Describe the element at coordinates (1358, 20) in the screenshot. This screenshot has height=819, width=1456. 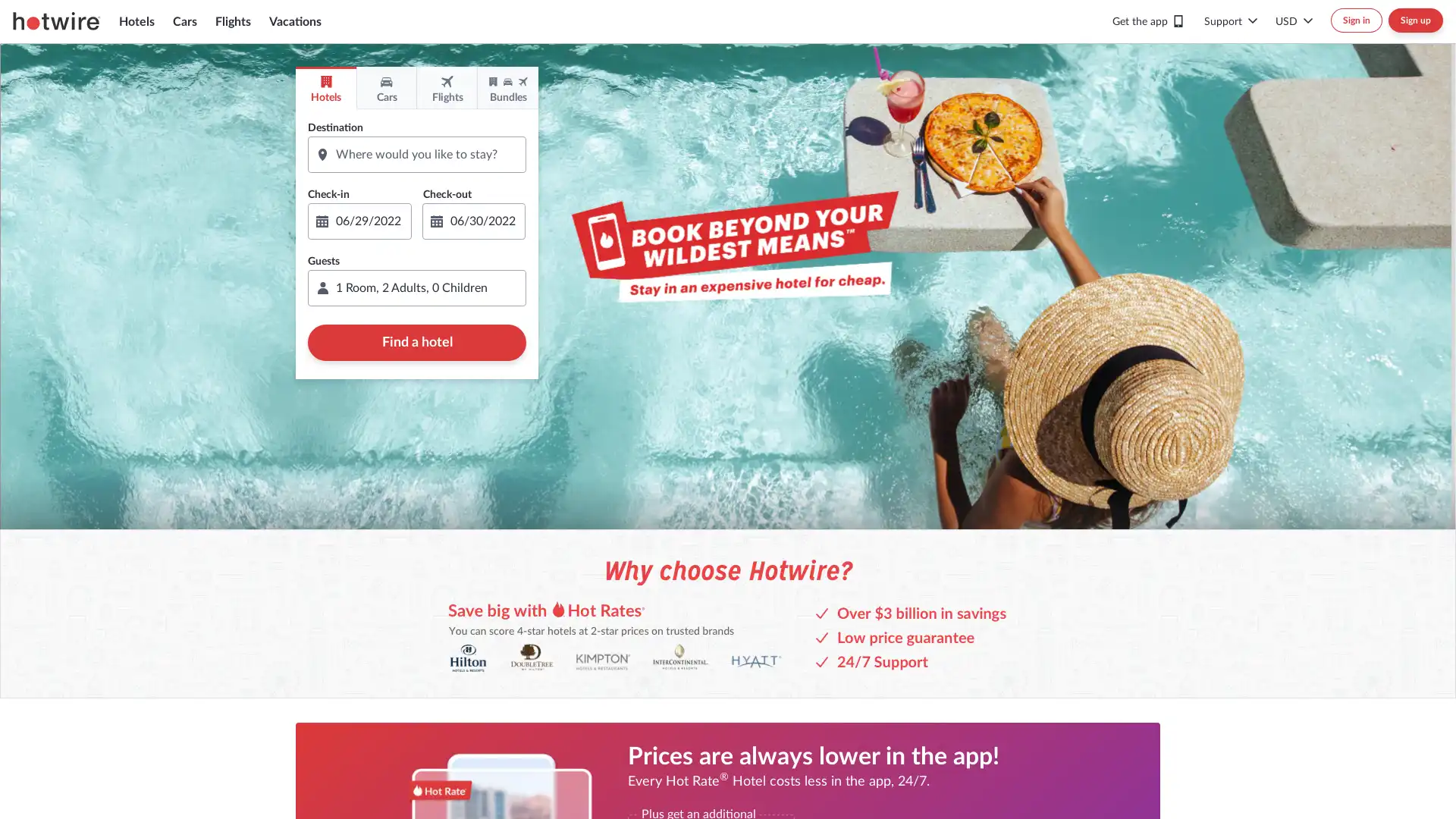
I see `Sign in` at that location.